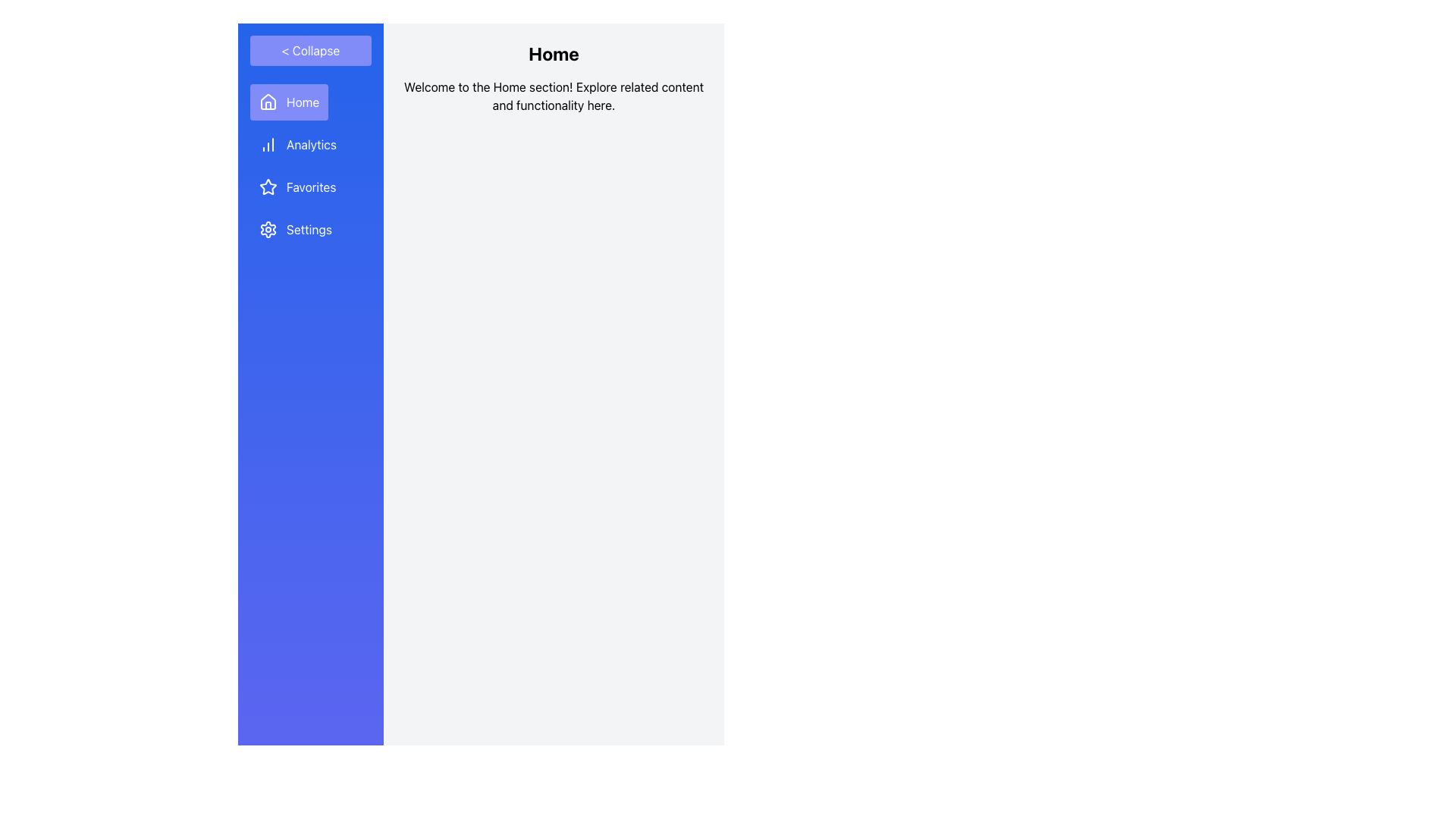 The image size is (1456, 819). Describe the element at coordinates (310, 186) in the screenshot. I see `'Favorites' label in the navigation menu, which is the third text label below 'Analytics' and above 'Settings' in the blue sidebar` at that location.